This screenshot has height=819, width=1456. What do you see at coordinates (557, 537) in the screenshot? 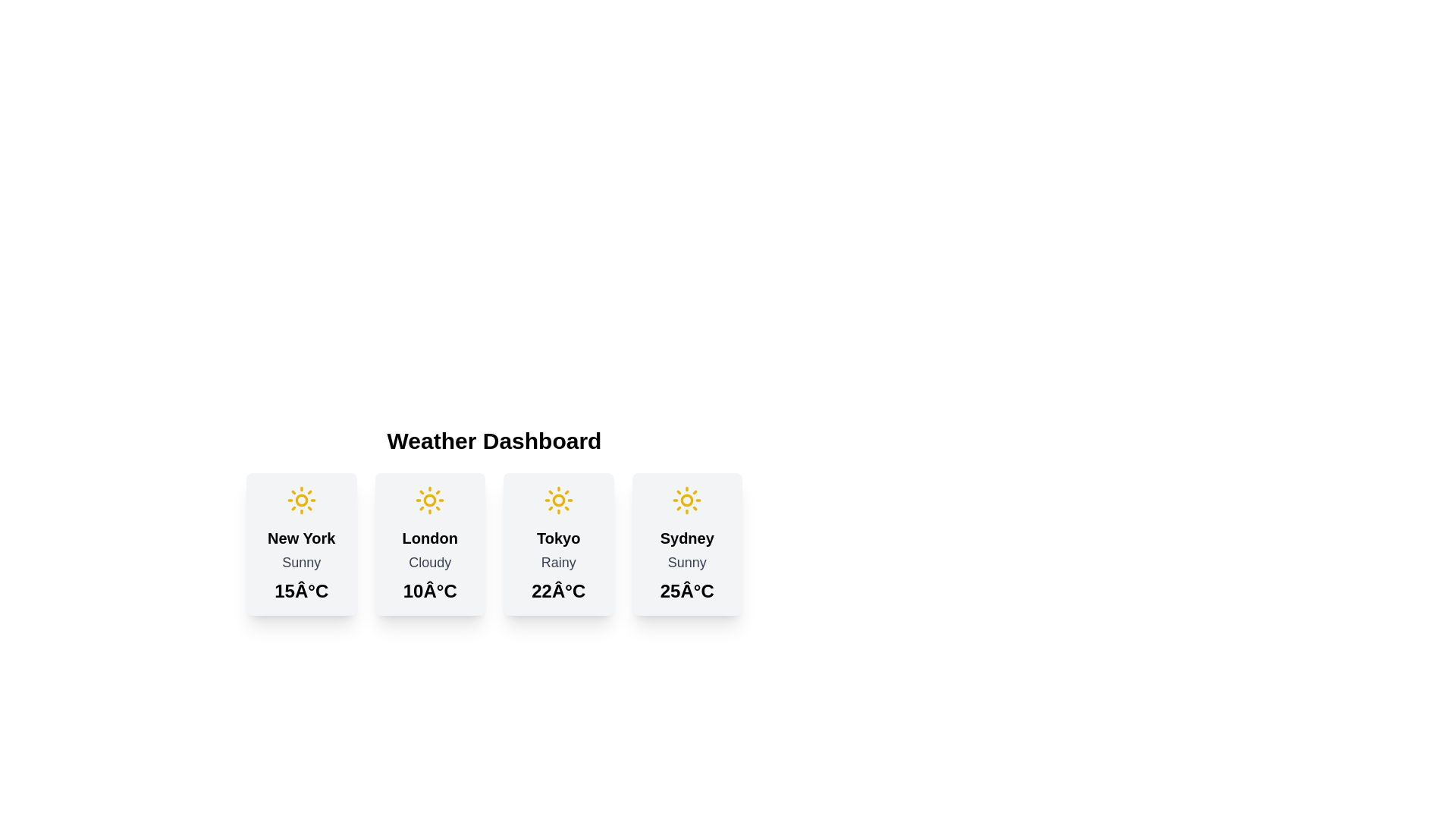
I see `text label displaying 'Tokyo' which is styled in bold and large font, located at the top-center of the third weather dashboard card, below a yellow weather icon and above the description 'Rainy'` at bounding box center [557, 537].